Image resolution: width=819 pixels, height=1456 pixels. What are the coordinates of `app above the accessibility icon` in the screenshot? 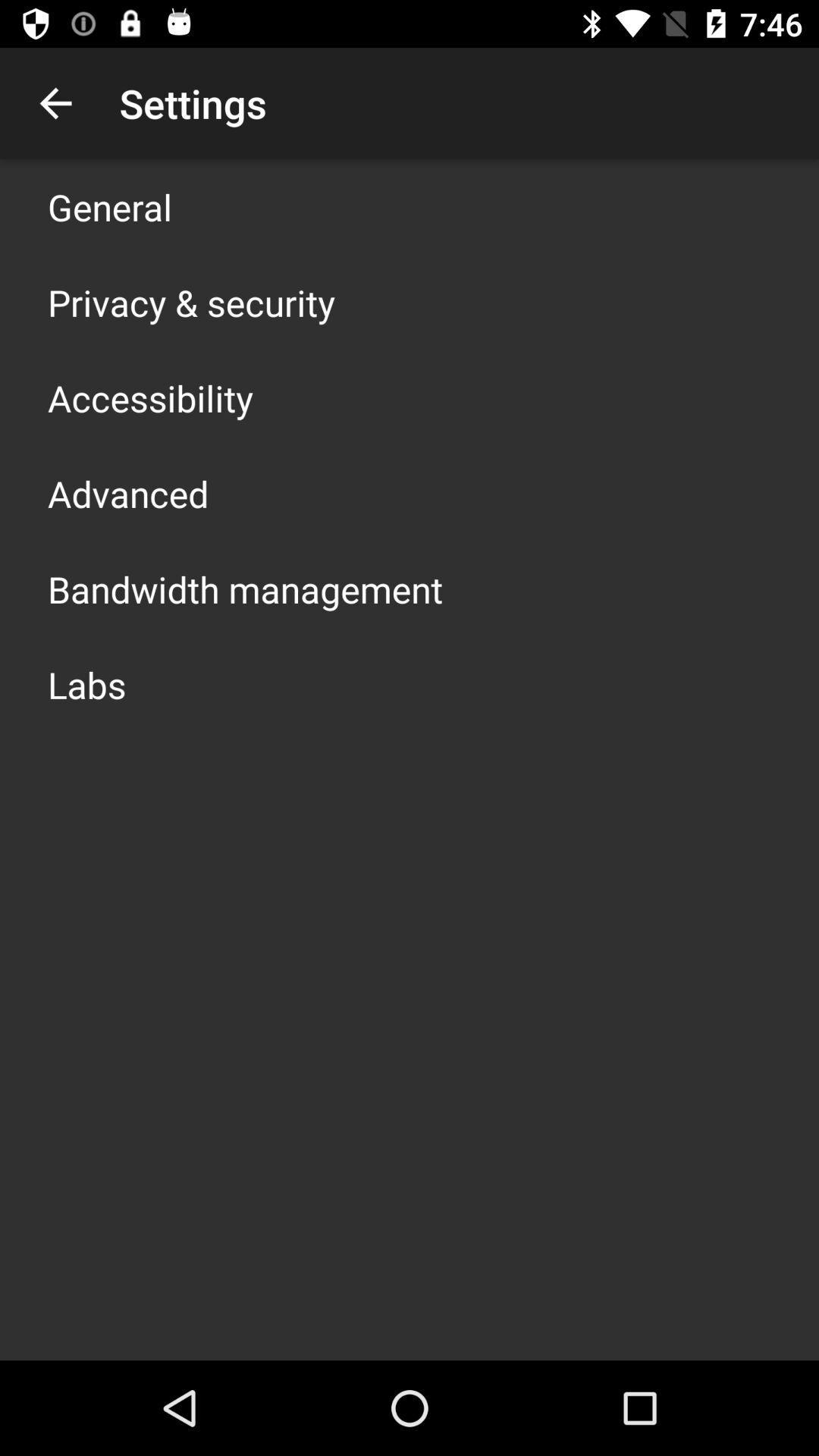 It's located at (190, 302).